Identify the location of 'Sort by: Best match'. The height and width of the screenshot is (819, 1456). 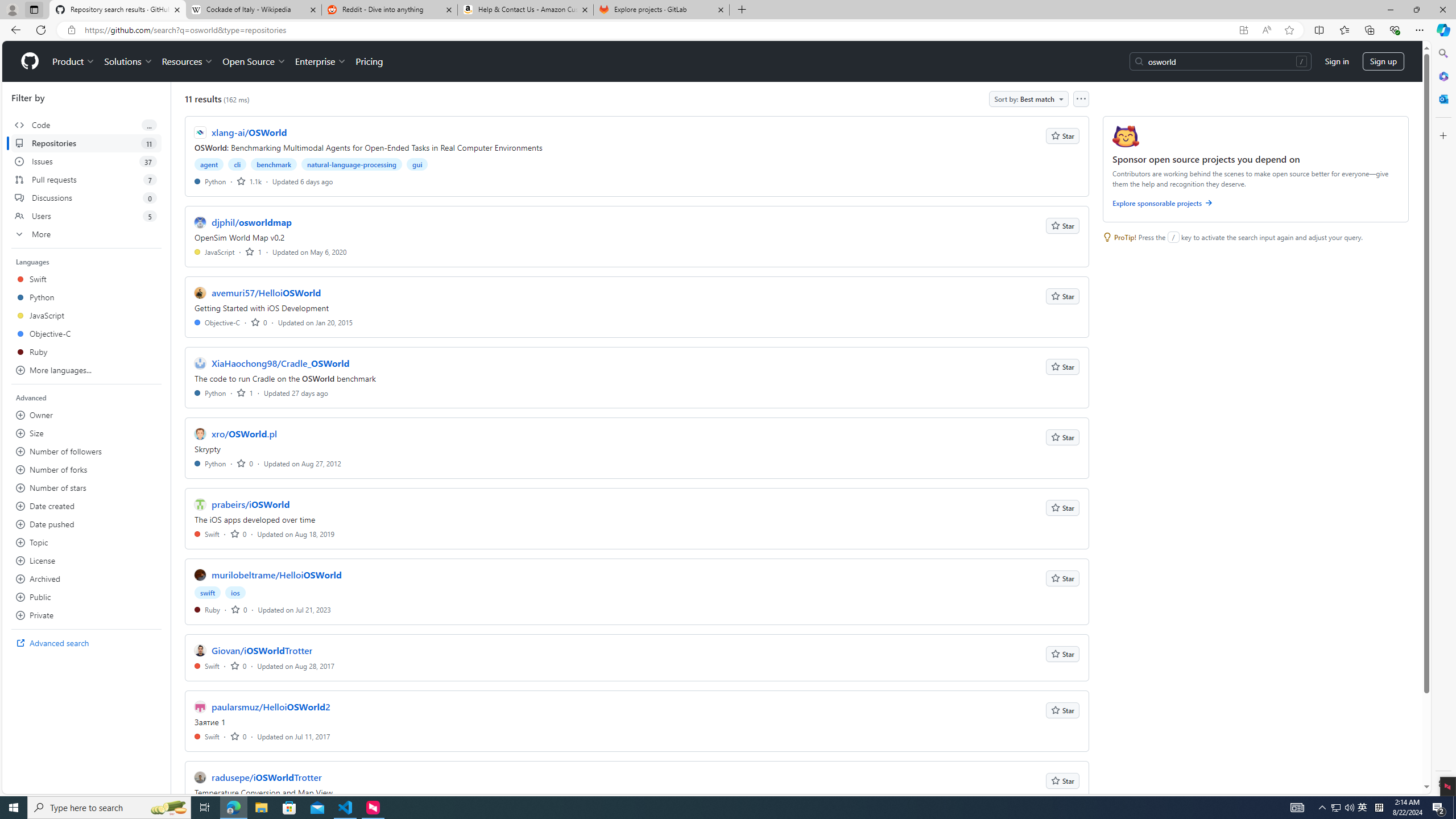
(1028, 98).